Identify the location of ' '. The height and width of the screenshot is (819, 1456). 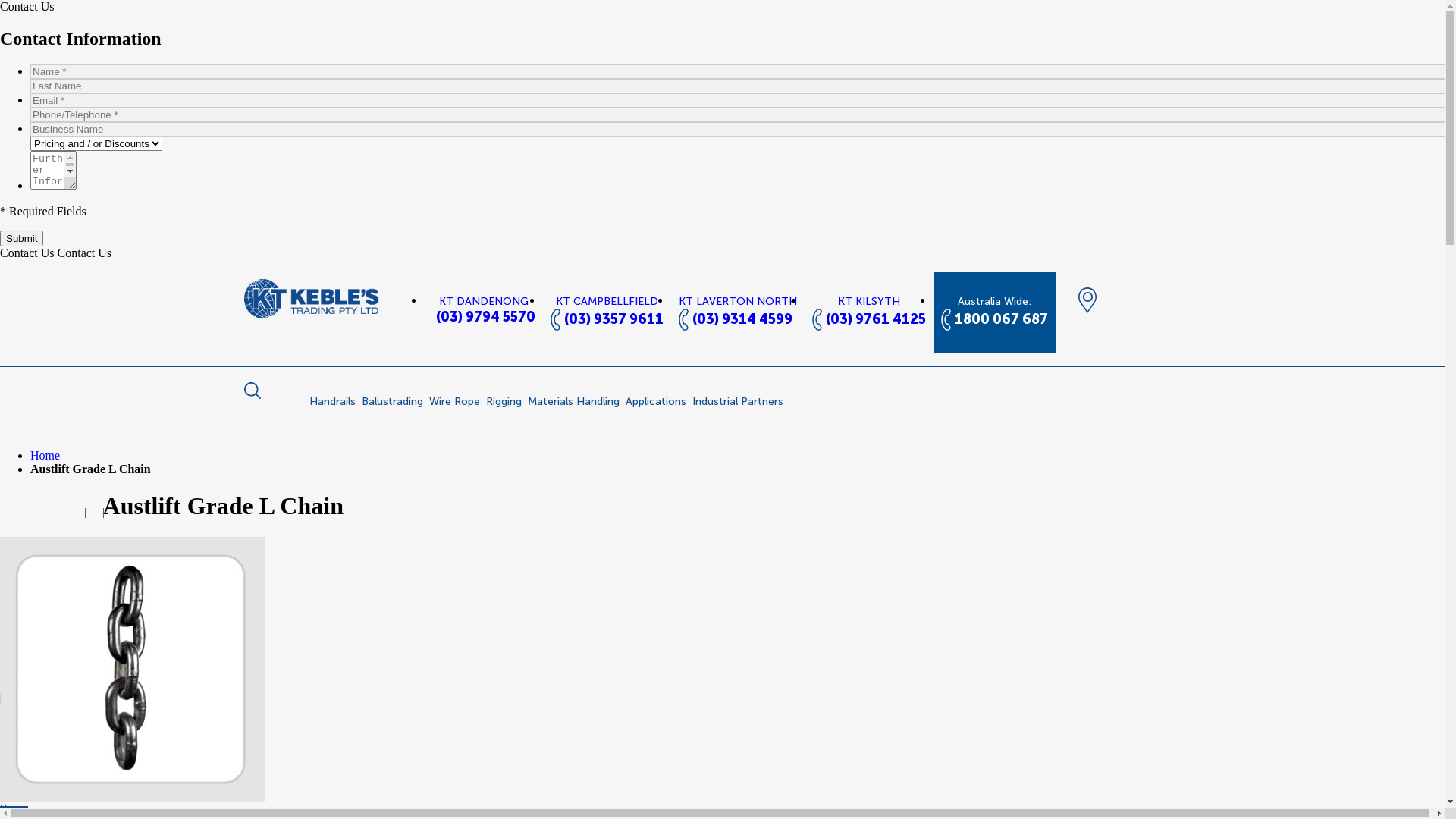
(58, 511).